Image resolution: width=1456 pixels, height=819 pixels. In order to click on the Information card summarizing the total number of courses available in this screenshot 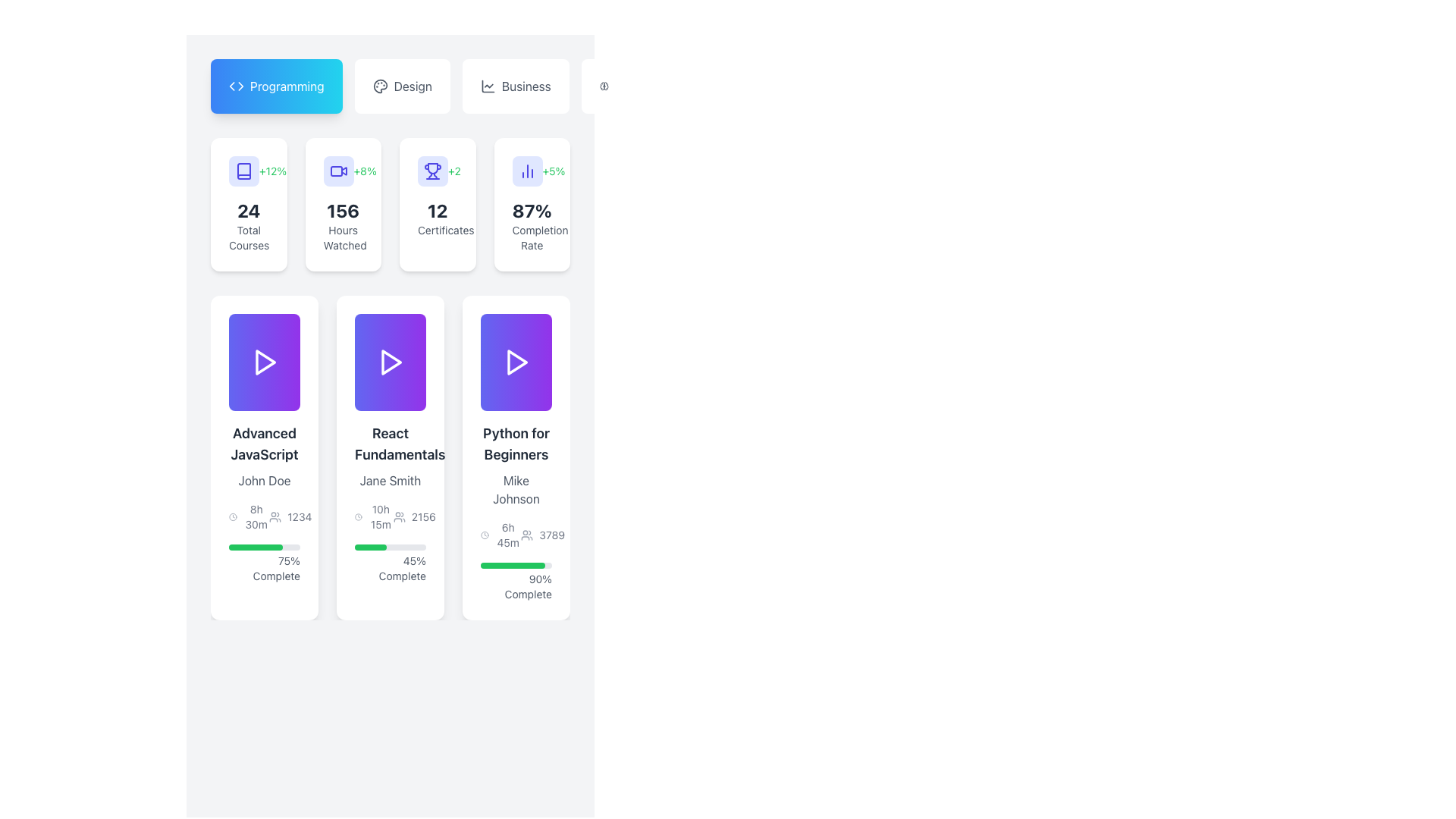, I will do `click(249, 205)`.